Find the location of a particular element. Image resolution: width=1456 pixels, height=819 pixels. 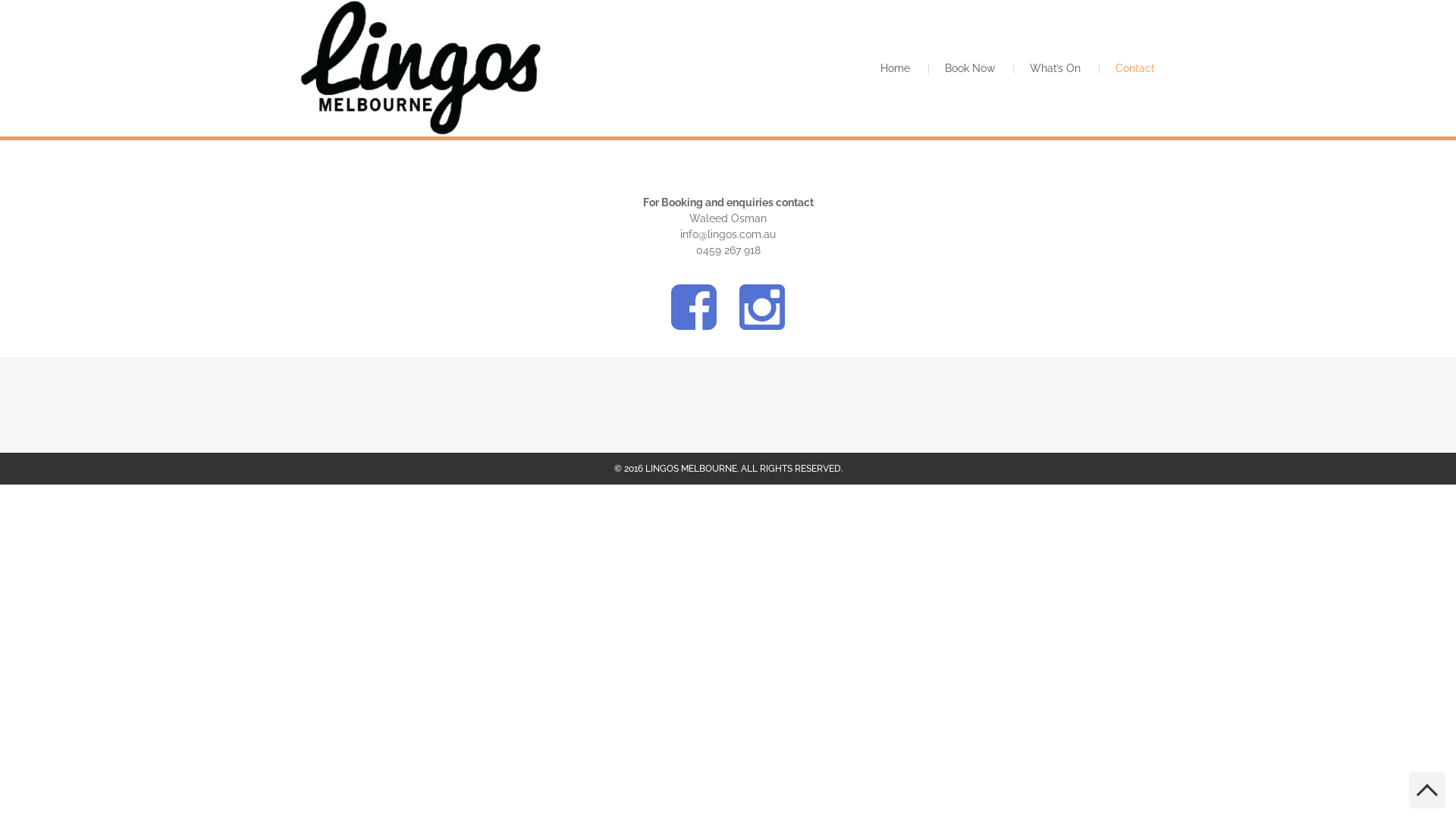

'Contact' is located at coordinates (1135, 67).